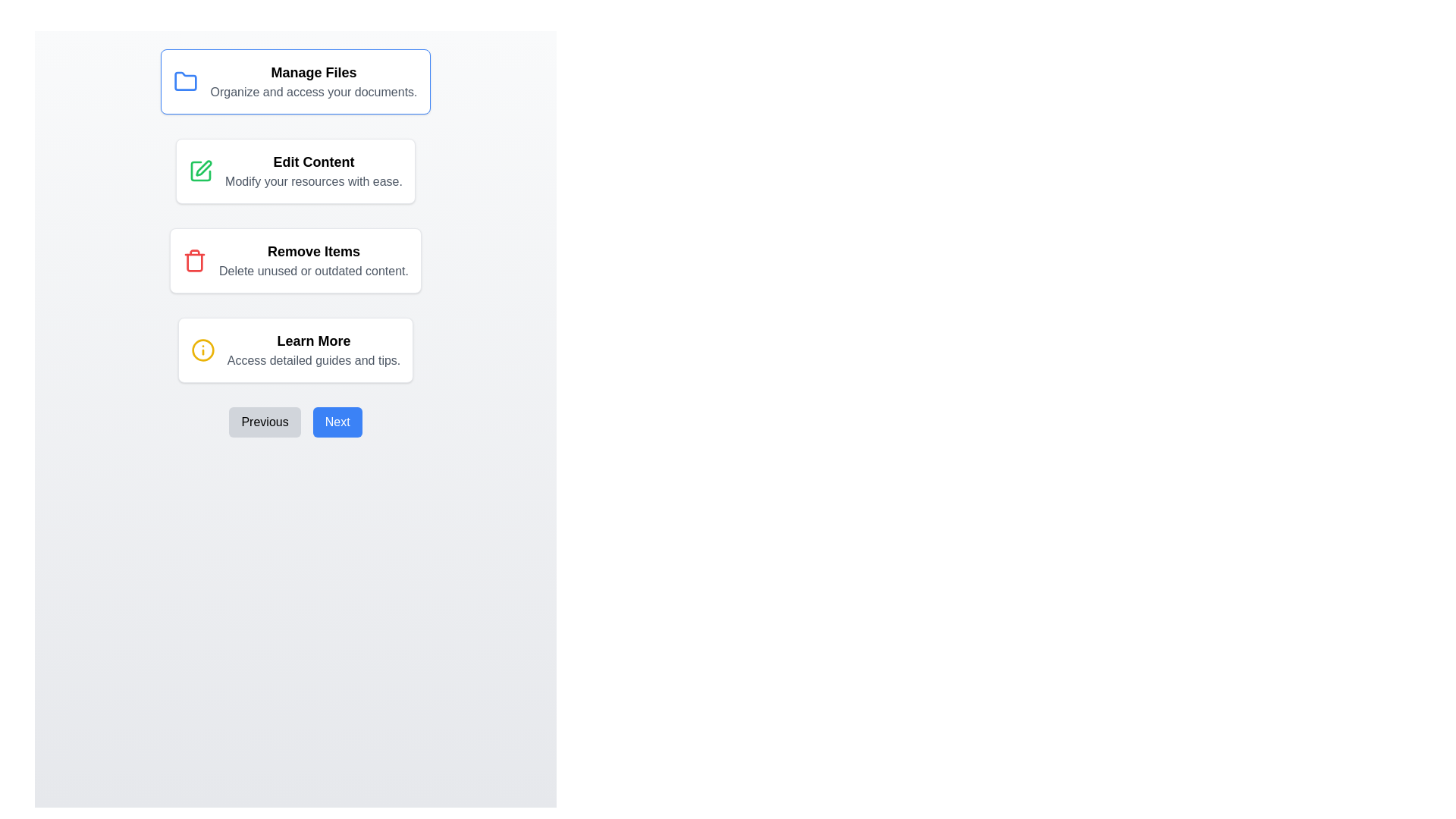  I want to click on the 'Learn More' text label, which is bold and semibold, located above a gray description in the fourth section of the informational cards, so click(312, 341).